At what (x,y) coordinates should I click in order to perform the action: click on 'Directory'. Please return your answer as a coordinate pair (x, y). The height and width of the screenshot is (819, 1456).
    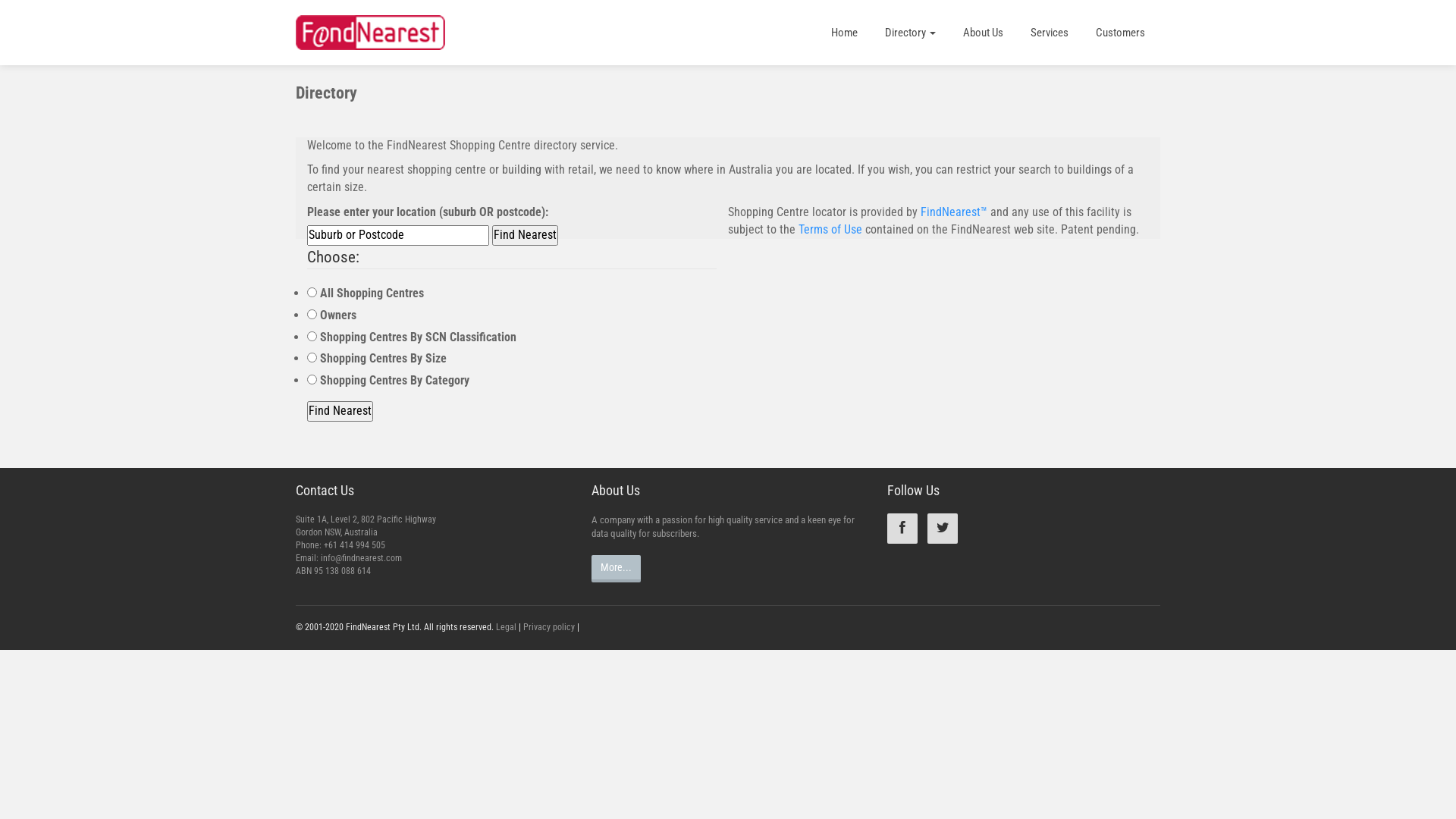
    Looking at the image, I should click on (910, 32).